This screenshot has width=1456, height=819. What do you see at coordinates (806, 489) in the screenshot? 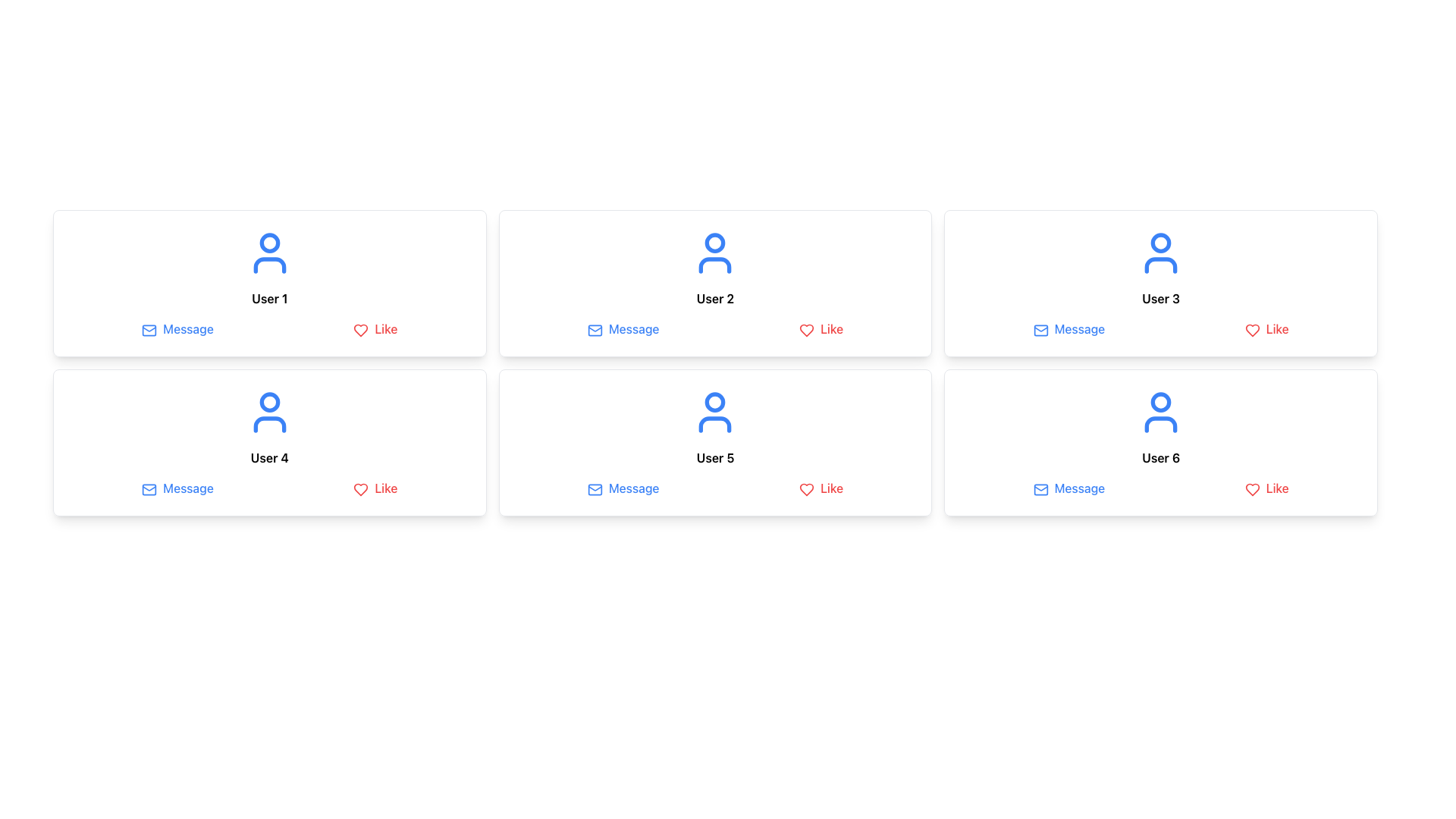
I see `the 'Like' icon in the user profile labeled 'User 5'` at bounding box center [806, 489].